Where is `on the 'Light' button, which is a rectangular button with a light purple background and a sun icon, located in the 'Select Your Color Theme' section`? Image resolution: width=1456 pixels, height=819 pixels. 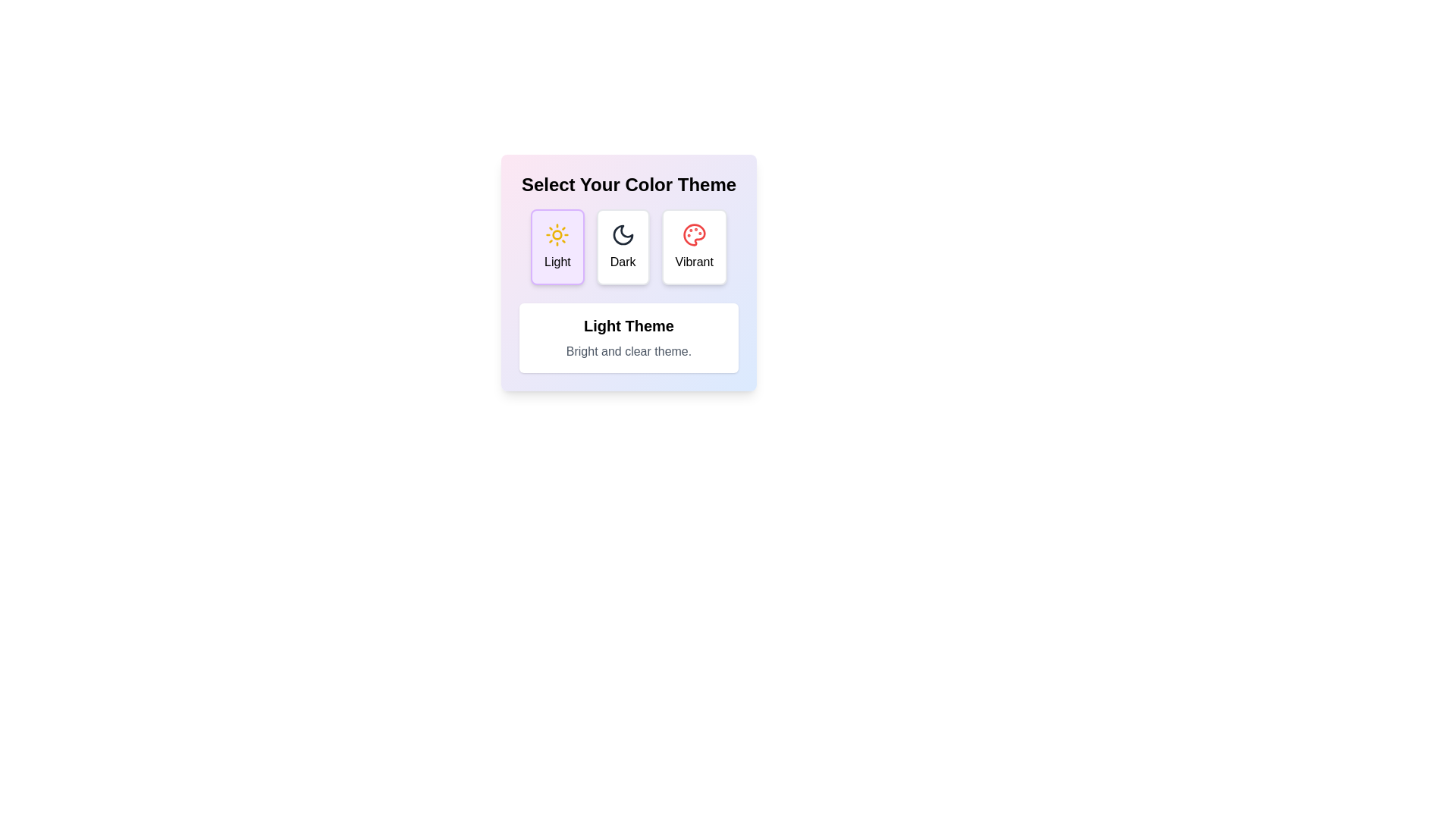 on the 'Light' button, which is a rectangular button with a light purple background and a sun icon, located in the 'Select Your Color Theme' section is located at coordinates (556, 246).